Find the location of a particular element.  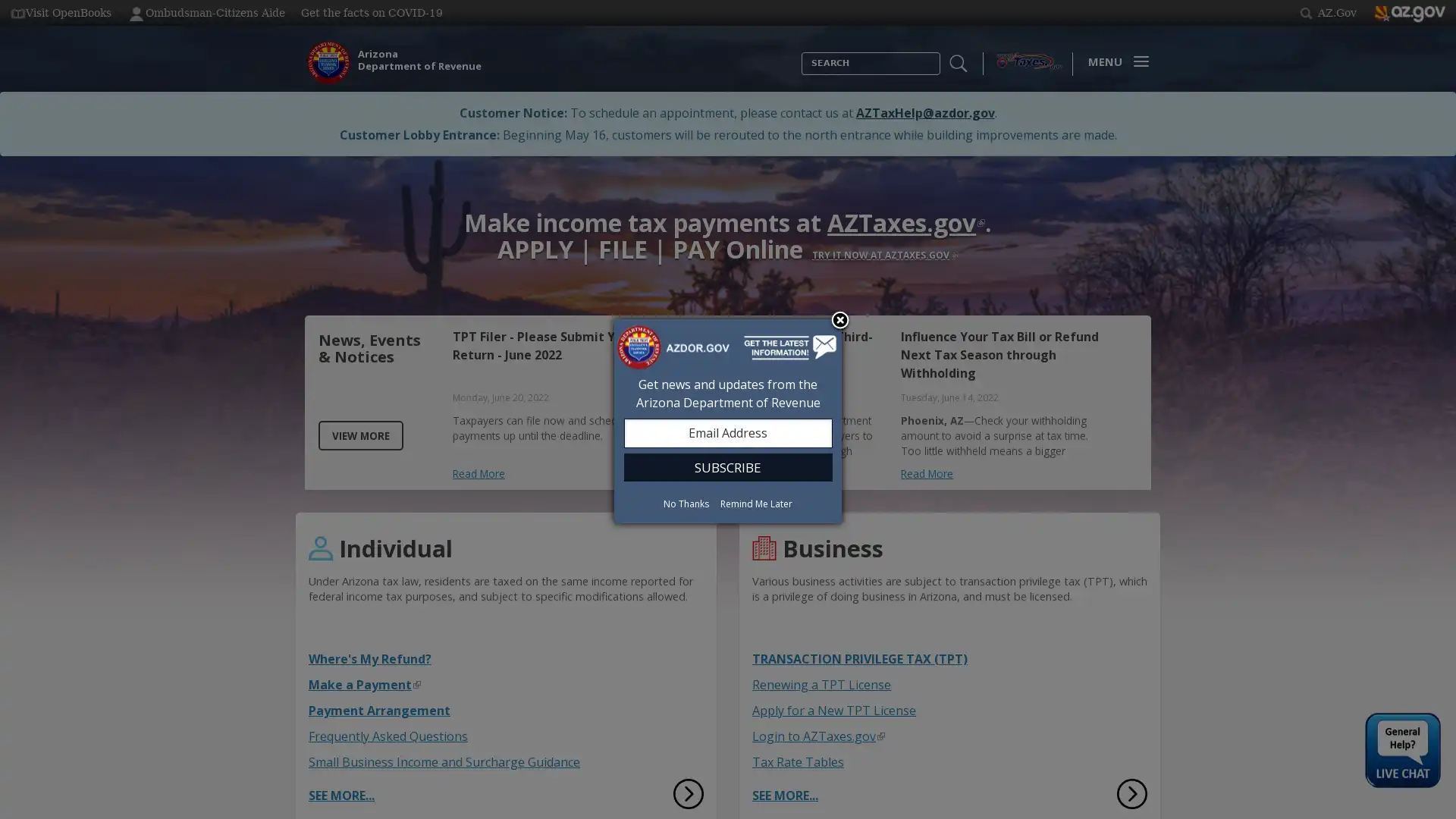

Search is located at coordinates (801, 75).